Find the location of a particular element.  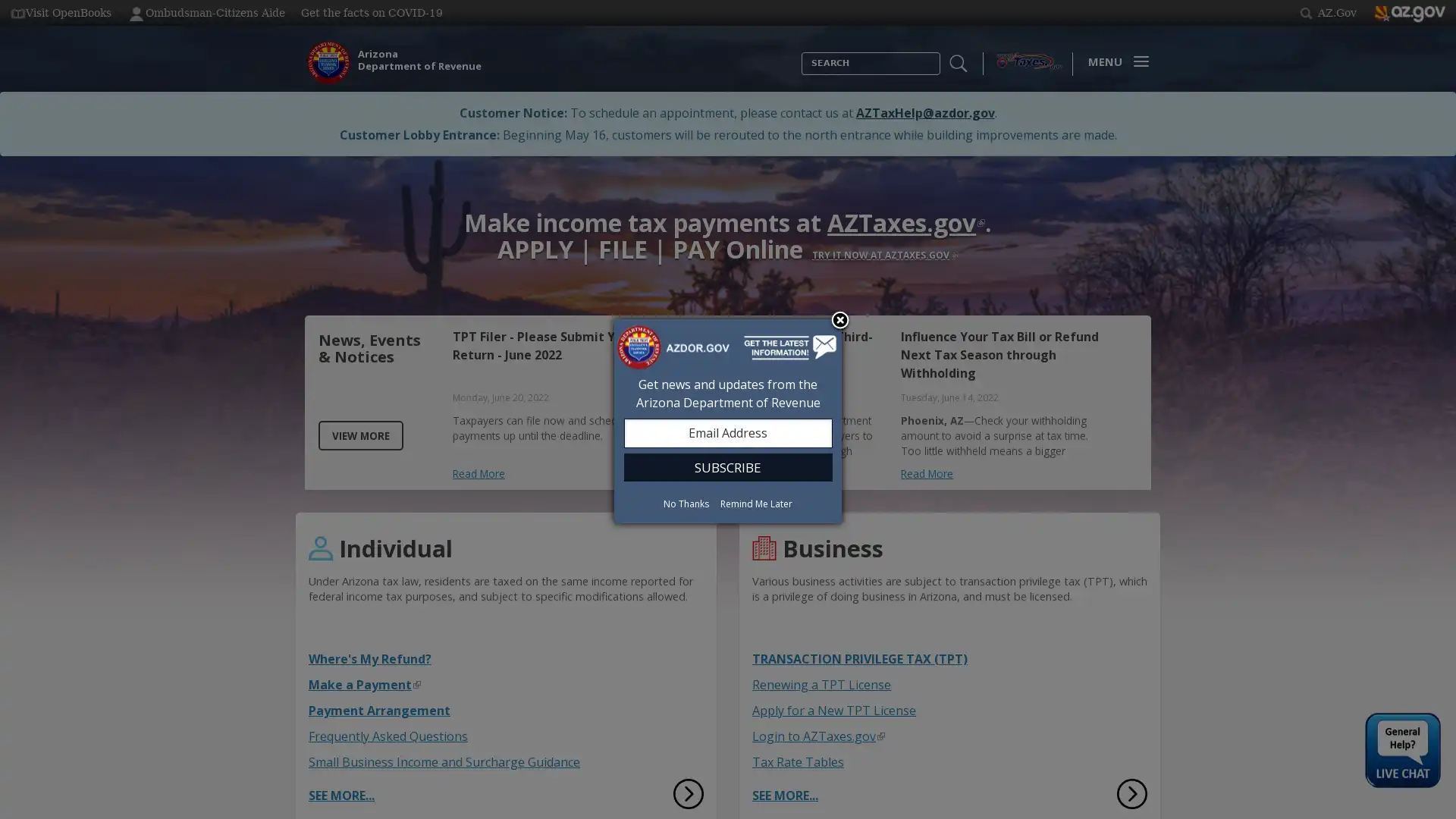

Search is located at coordinates (801, 75).